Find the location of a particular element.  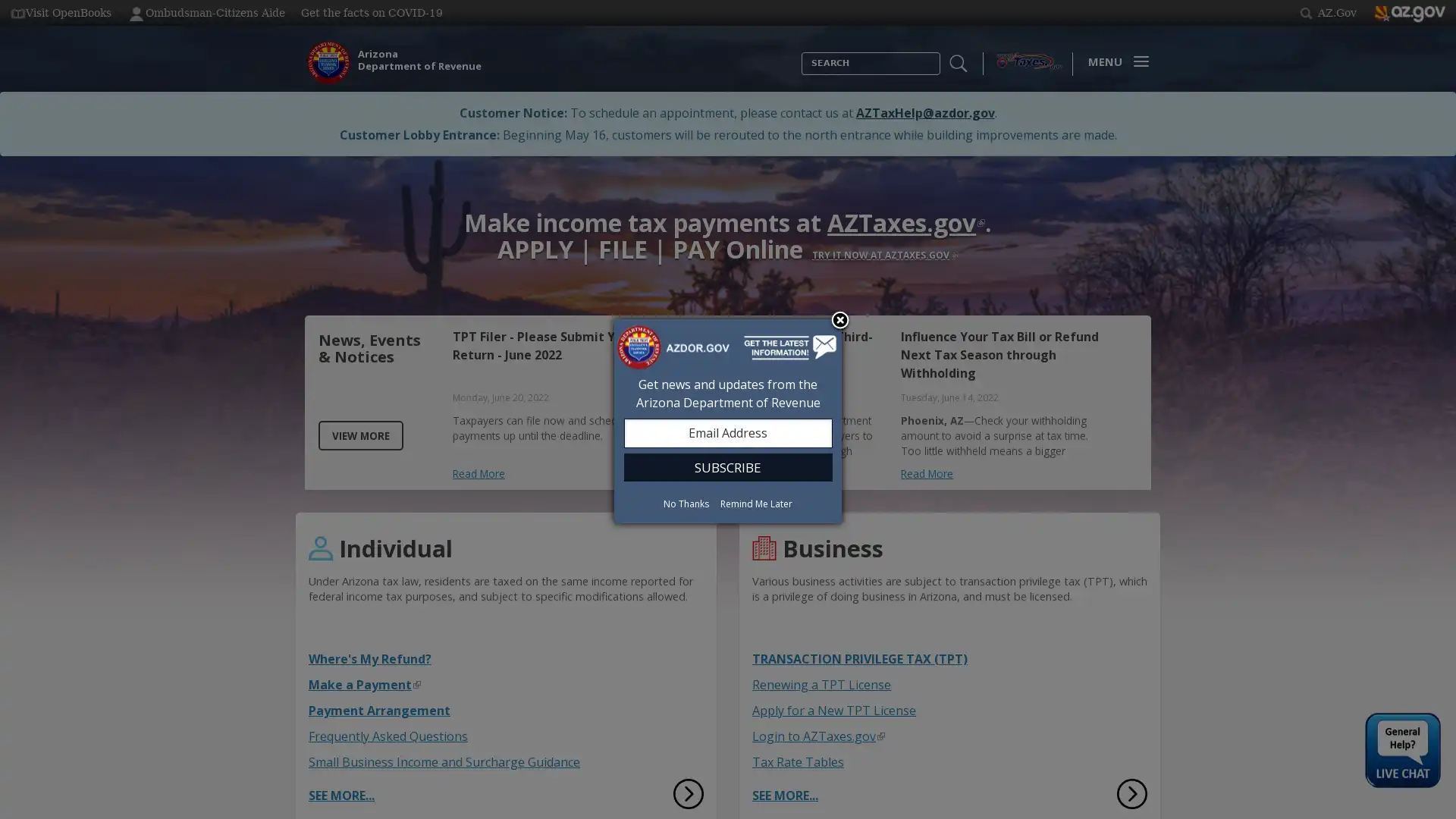

Search is located at coordinates (801, 75).